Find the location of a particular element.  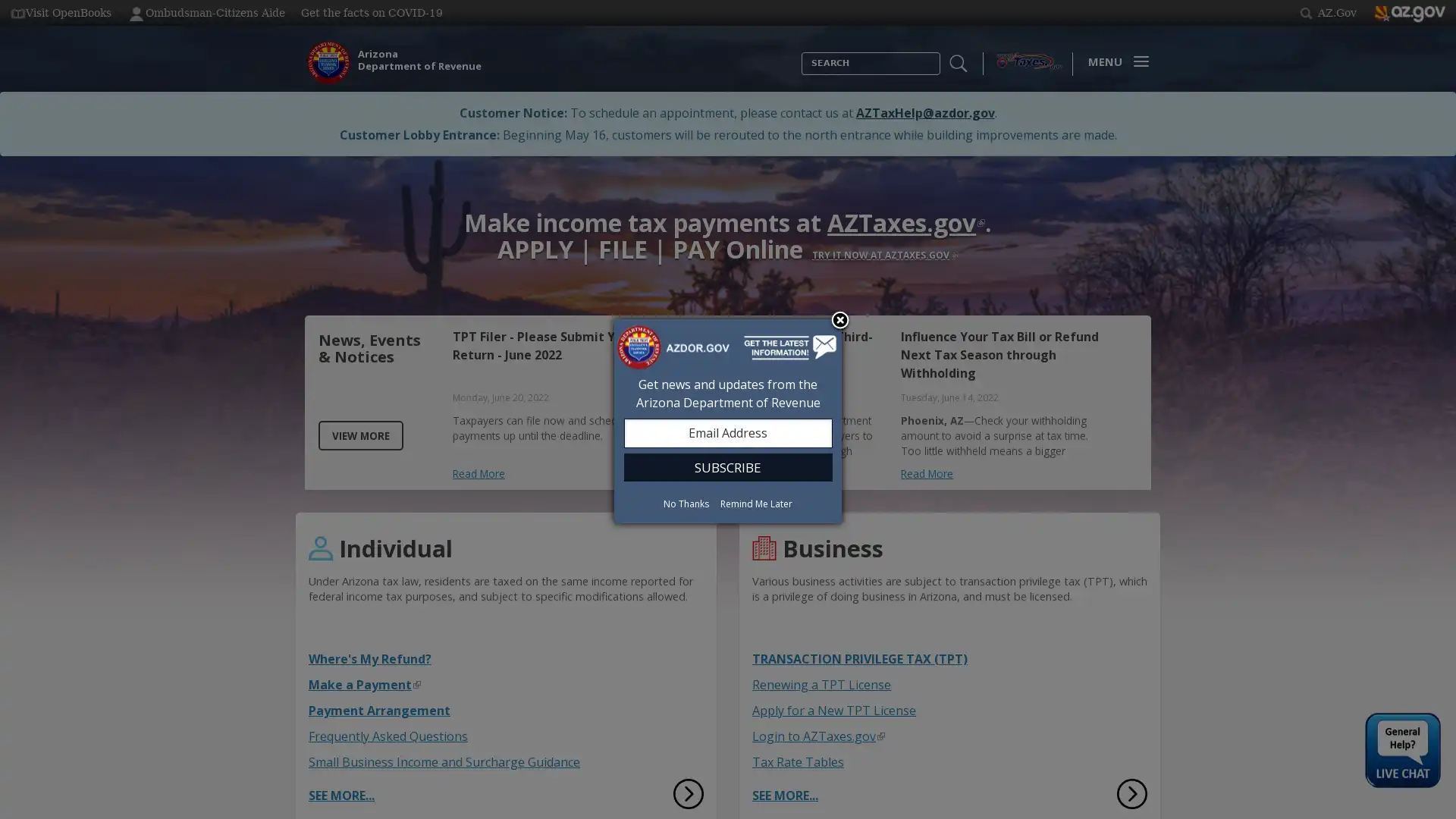

Search is located at coordinates (801, 75).